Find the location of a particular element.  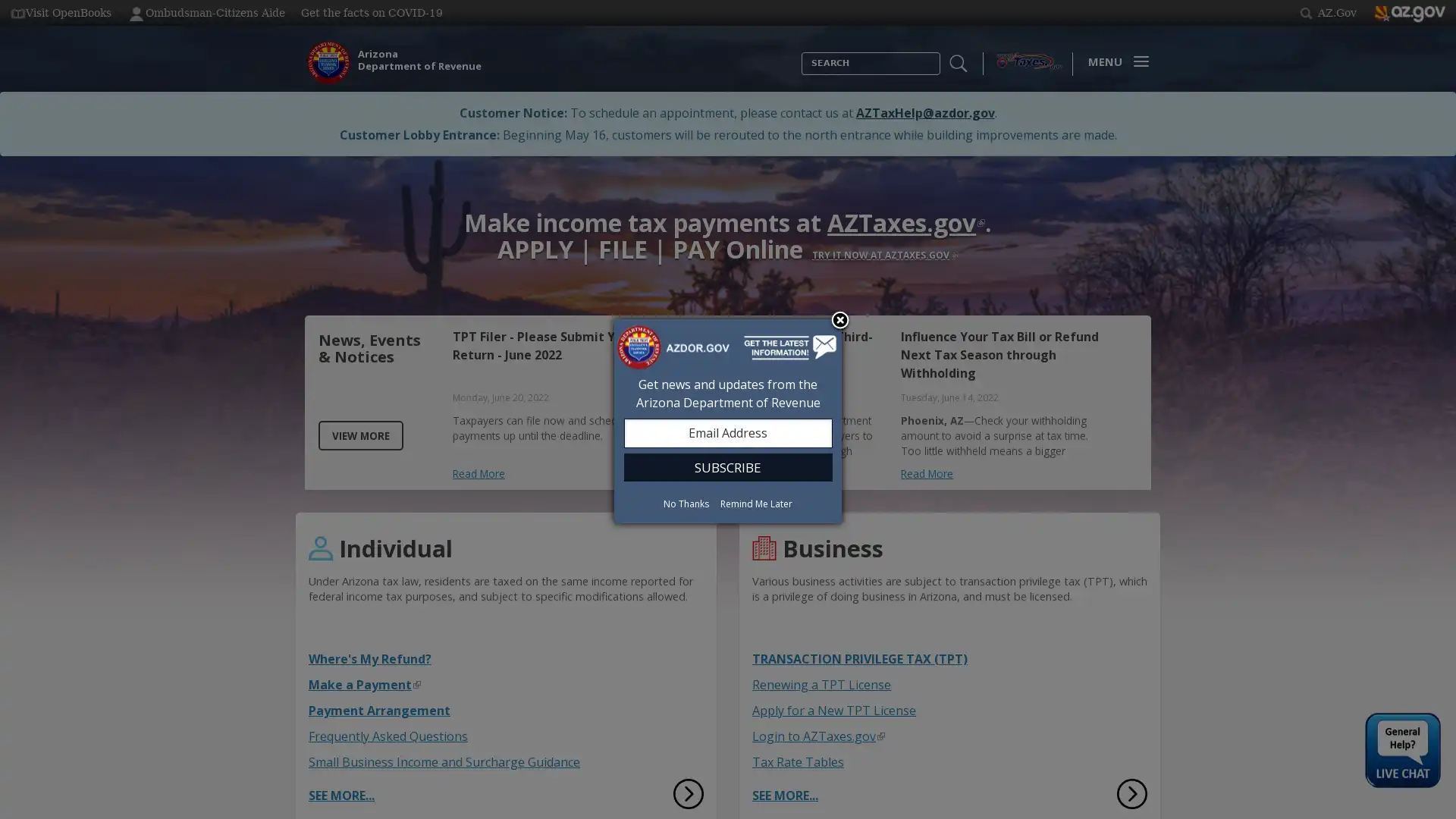

Search is located at coordinates (801, 75).